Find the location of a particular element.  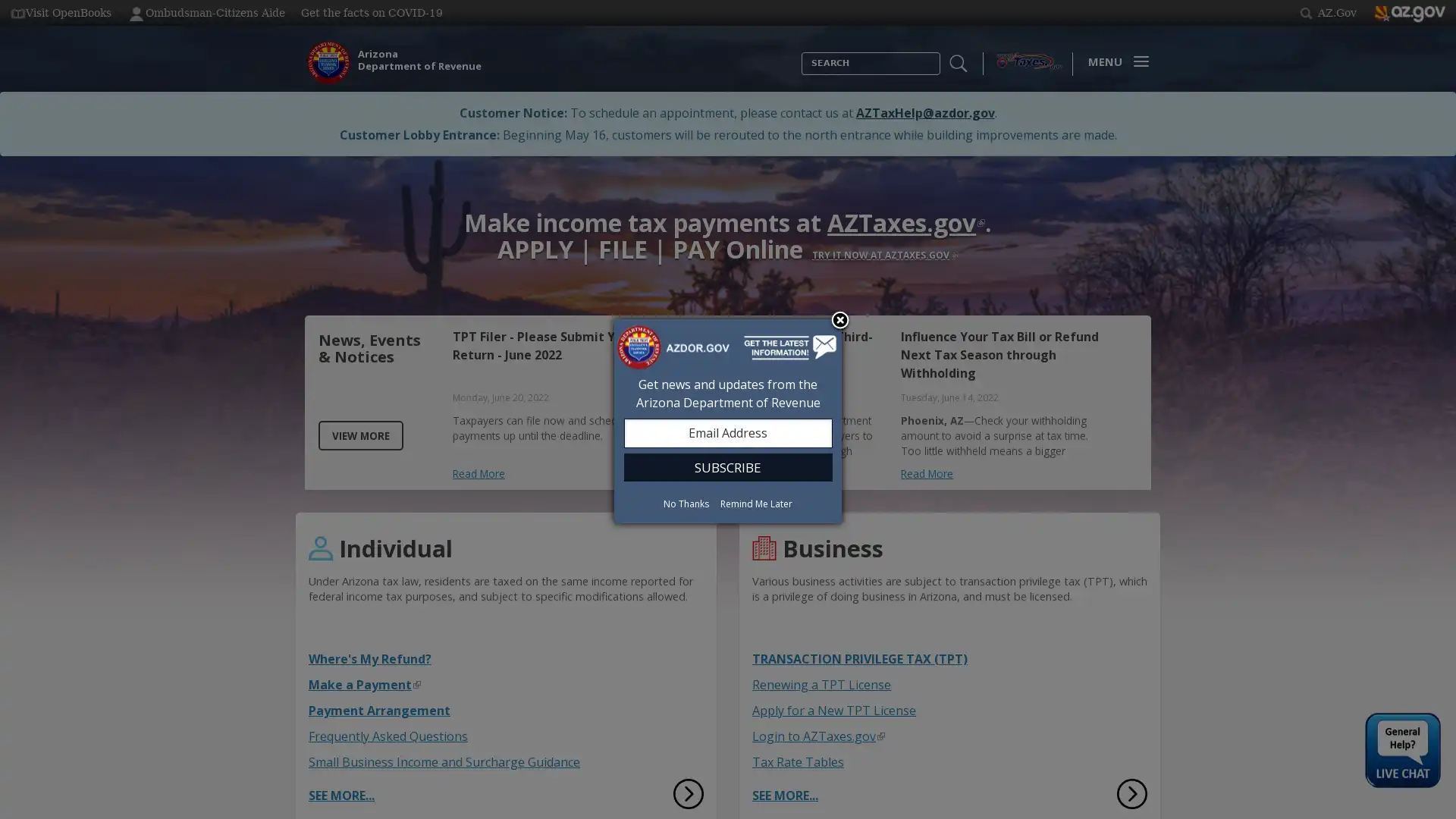

Search is located at coordinates (801, 75).